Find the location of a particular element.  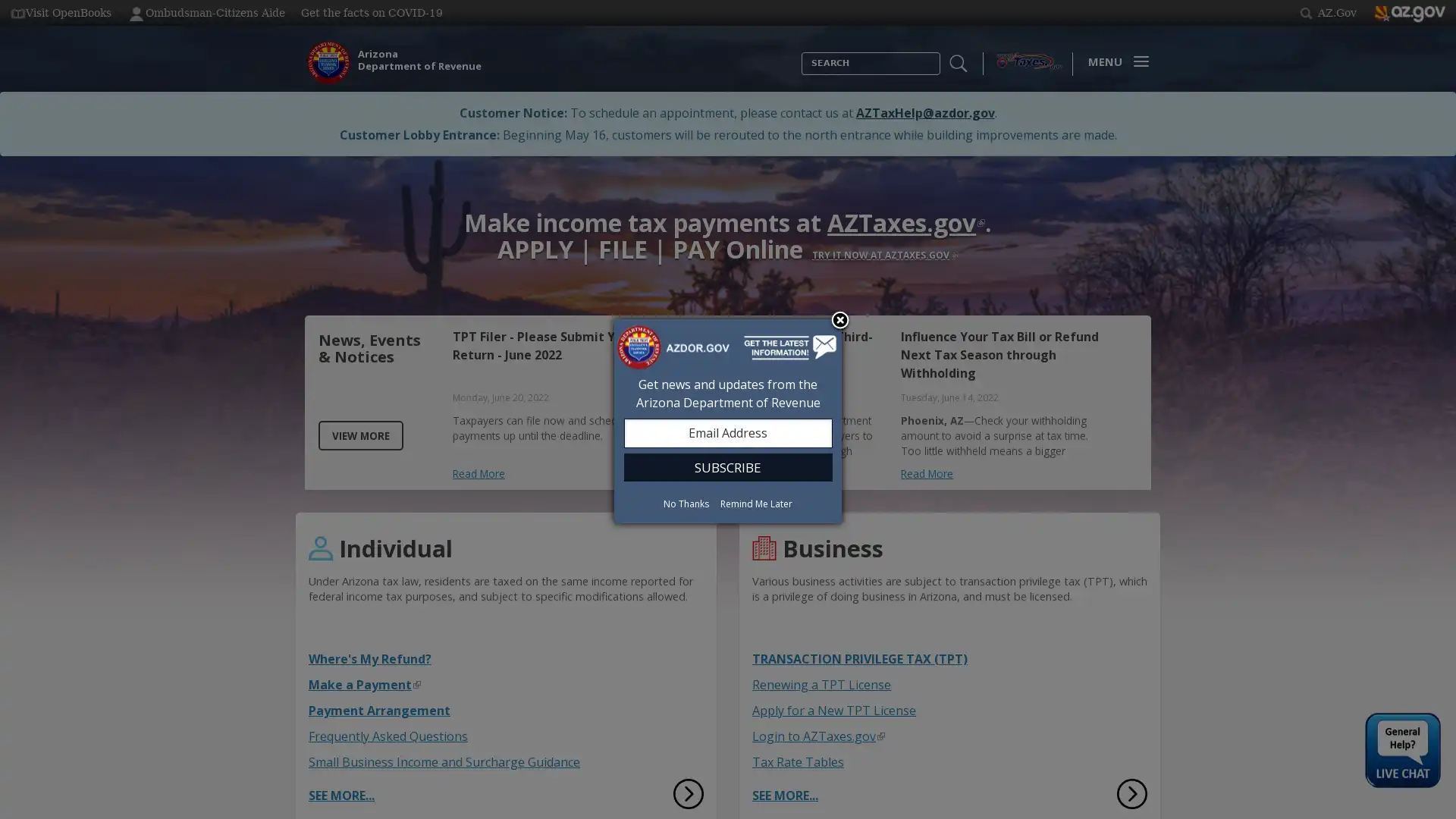

Search is located at coordinates (801, 75).